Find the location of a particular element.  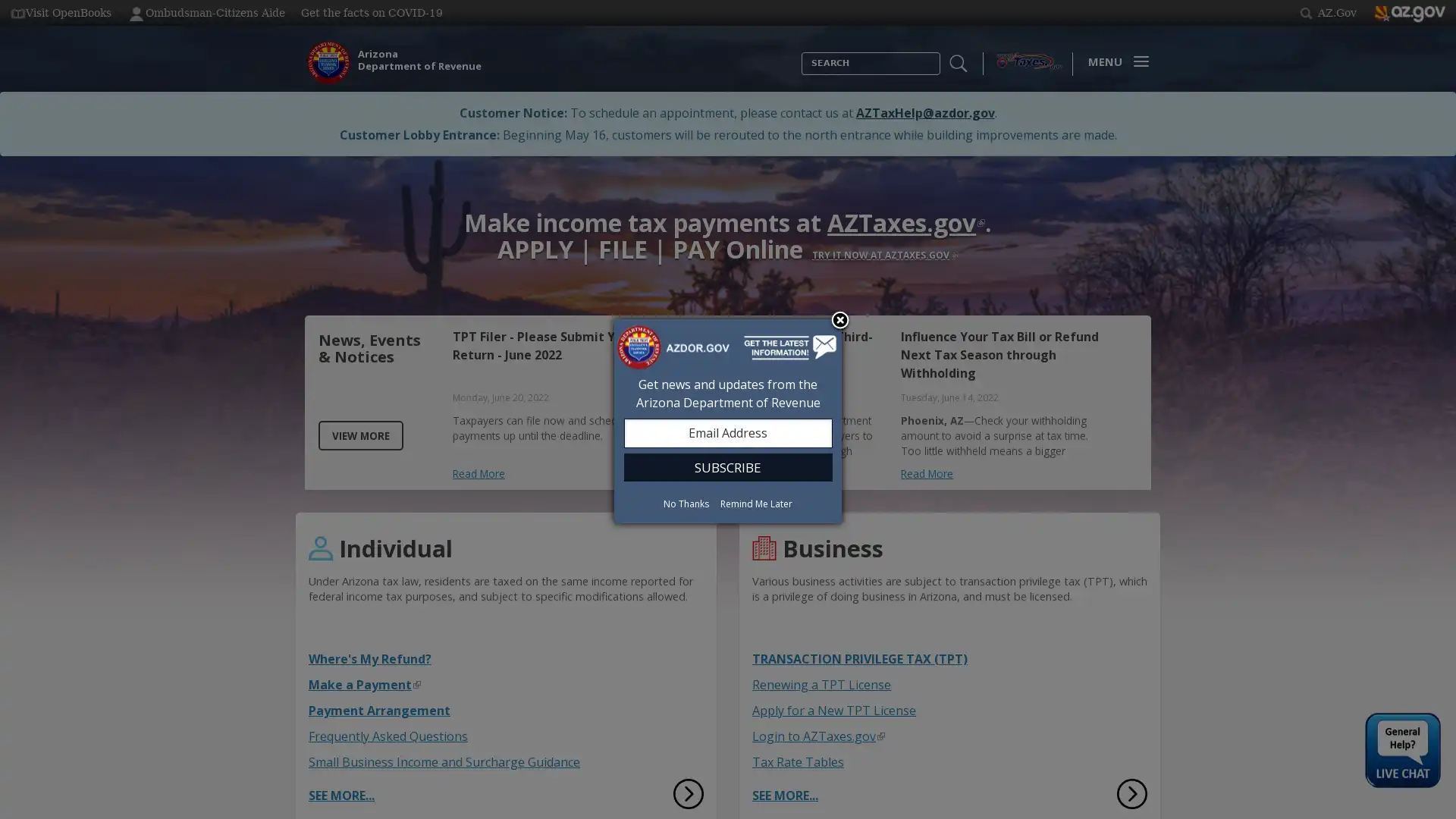

Search is located at coordinates (801, 75).